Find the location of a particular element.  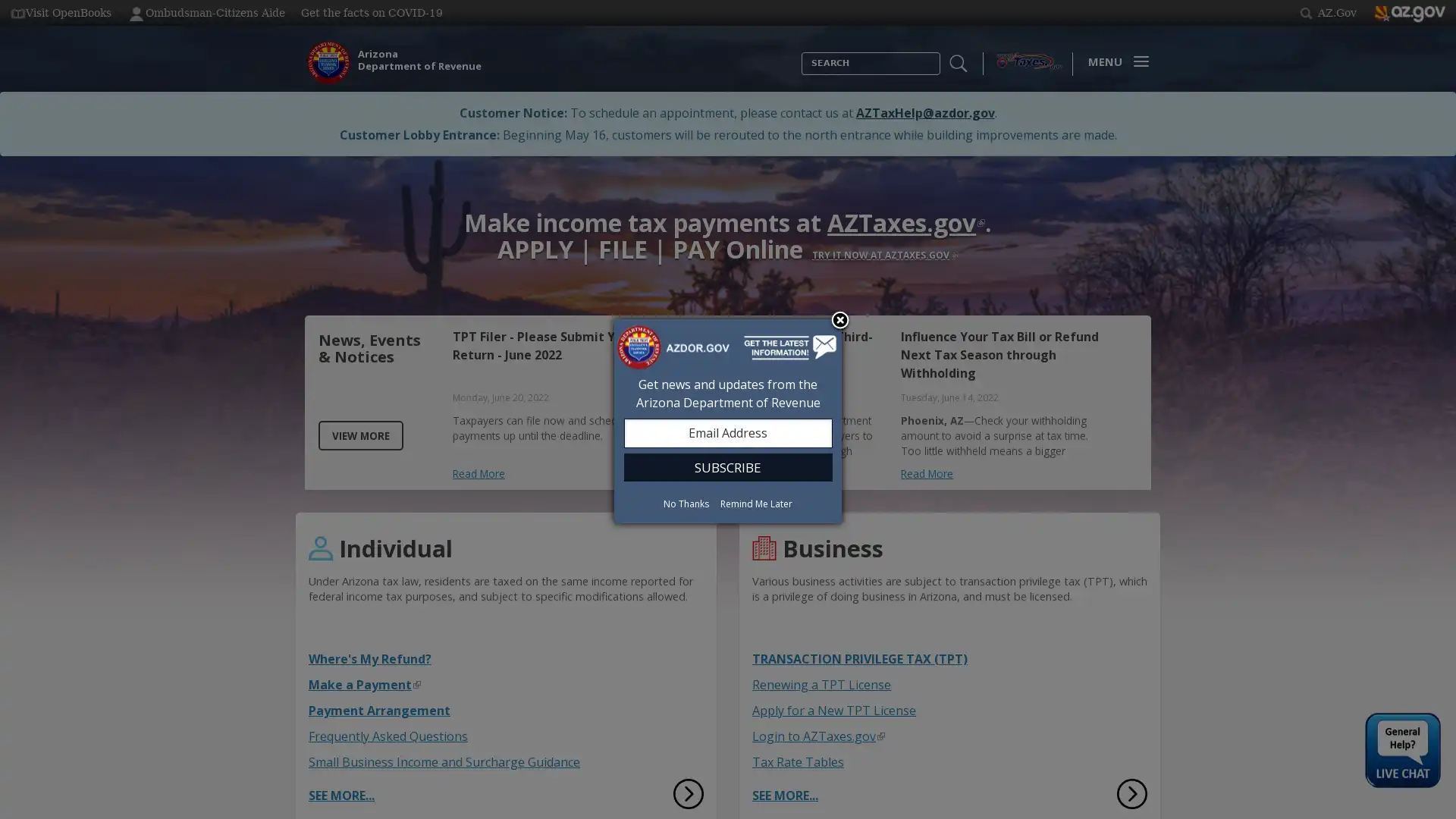

Search is located at coordinates (801, 75).